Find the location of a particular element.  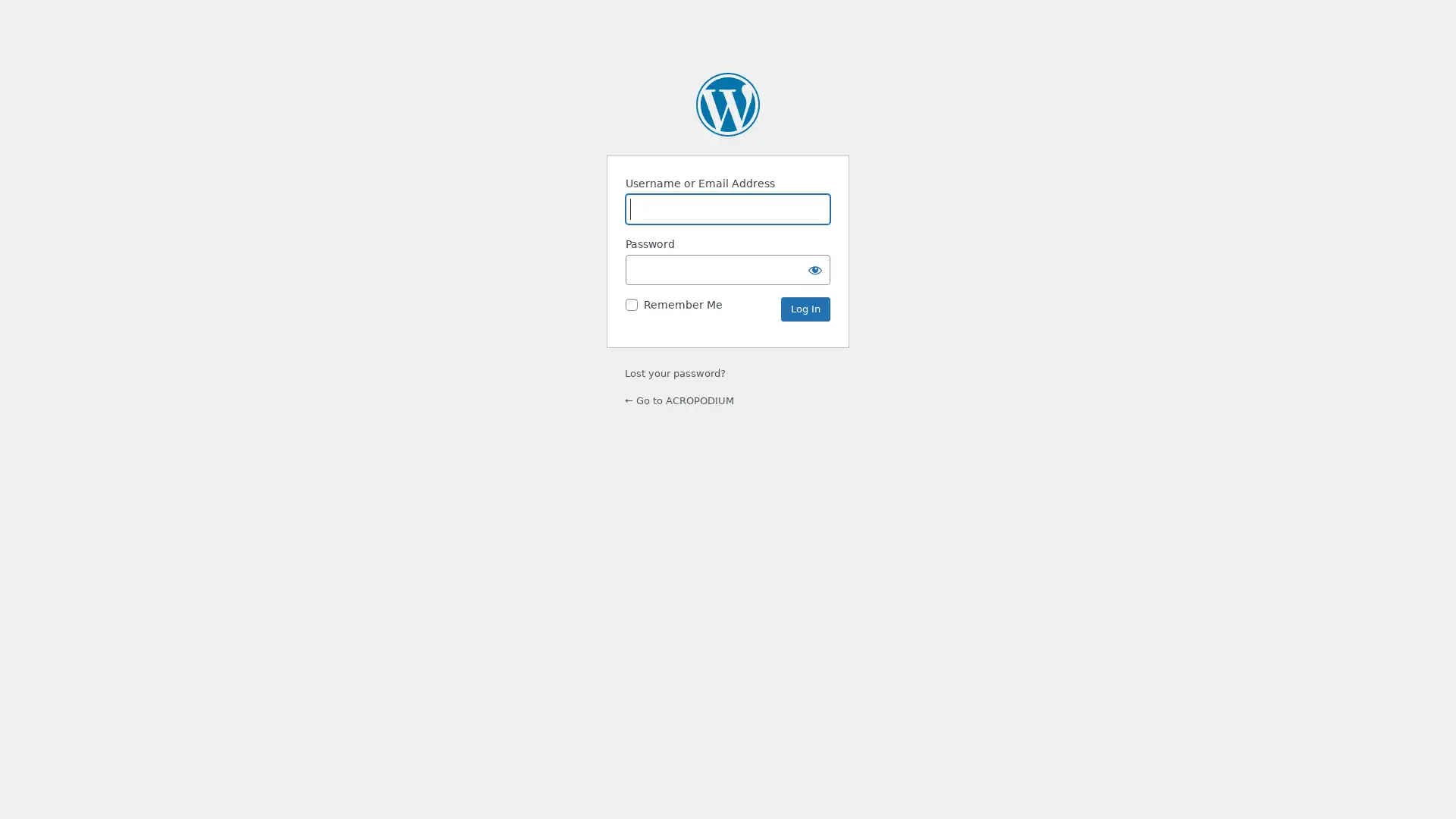

Log In is located at coordinates (805, 309).